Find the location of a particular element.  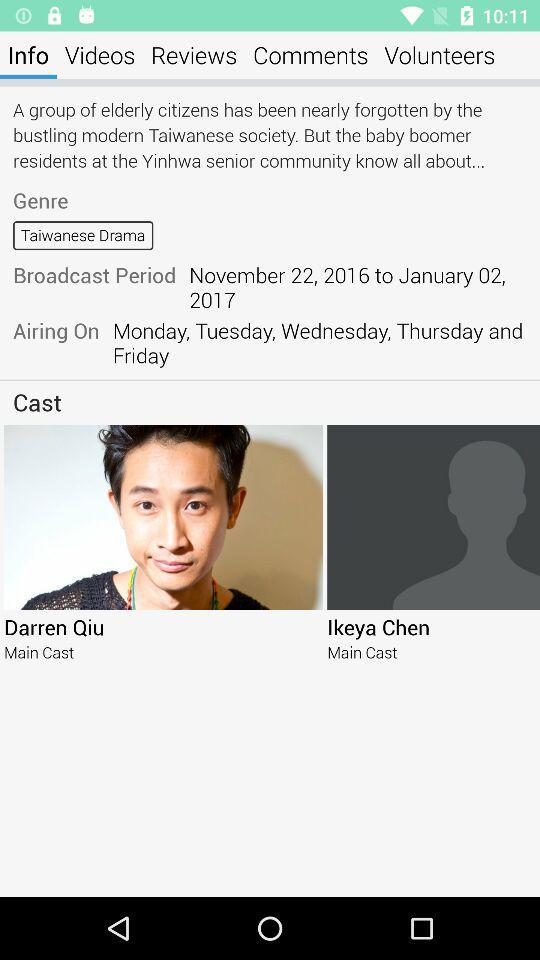

the videos icon is located at coordinates (99, 54).